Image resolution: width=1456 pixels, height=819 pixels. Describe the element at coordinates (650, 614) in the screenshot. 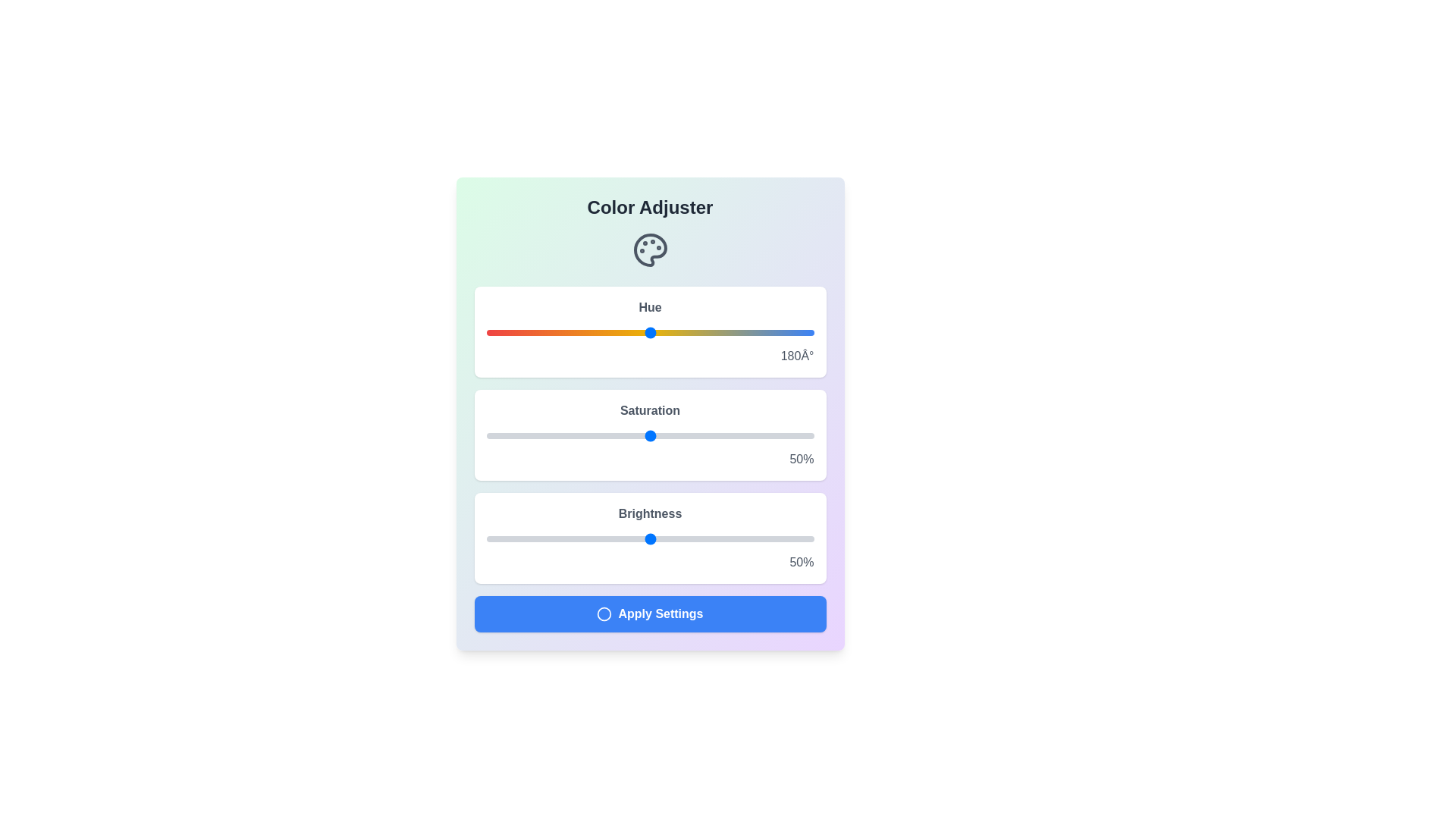

I see `the 'Apply Settings' button to apply the selected color settings` at that location.